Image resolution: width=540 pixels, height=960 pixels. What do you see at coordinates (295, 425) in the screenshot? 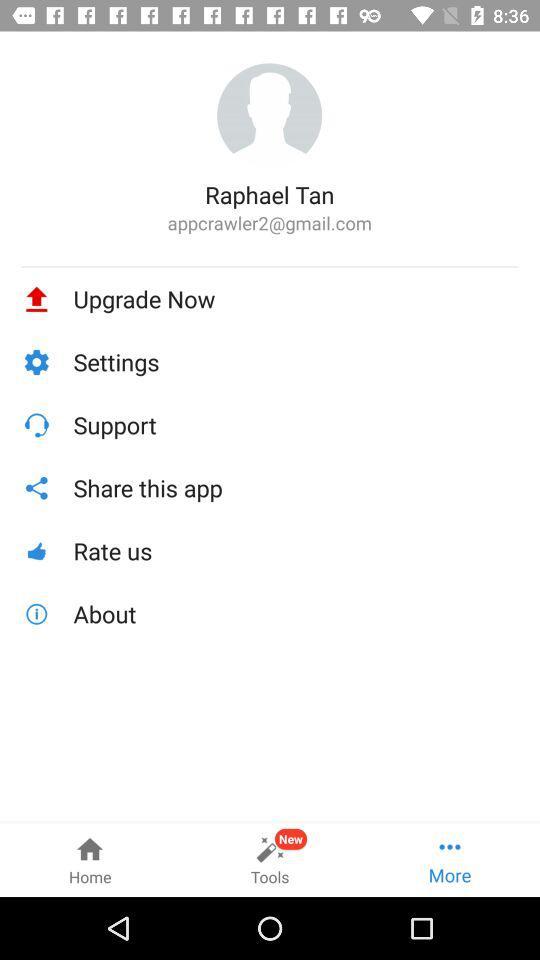
I see `item above share this app` at bounding box center [295, 425].